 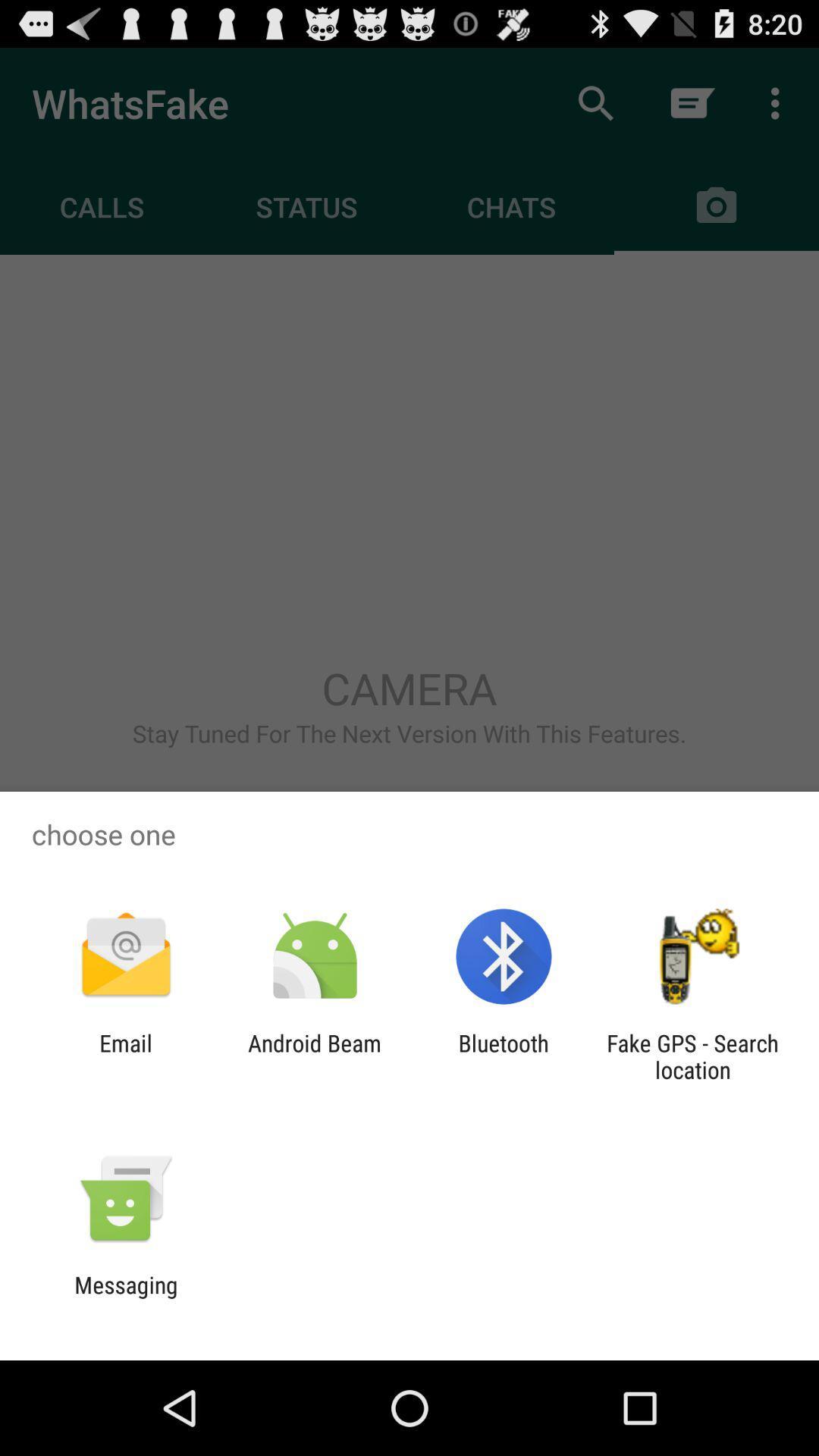 I want to click on app to the right of the email icon, so click(x=314, y=1056).